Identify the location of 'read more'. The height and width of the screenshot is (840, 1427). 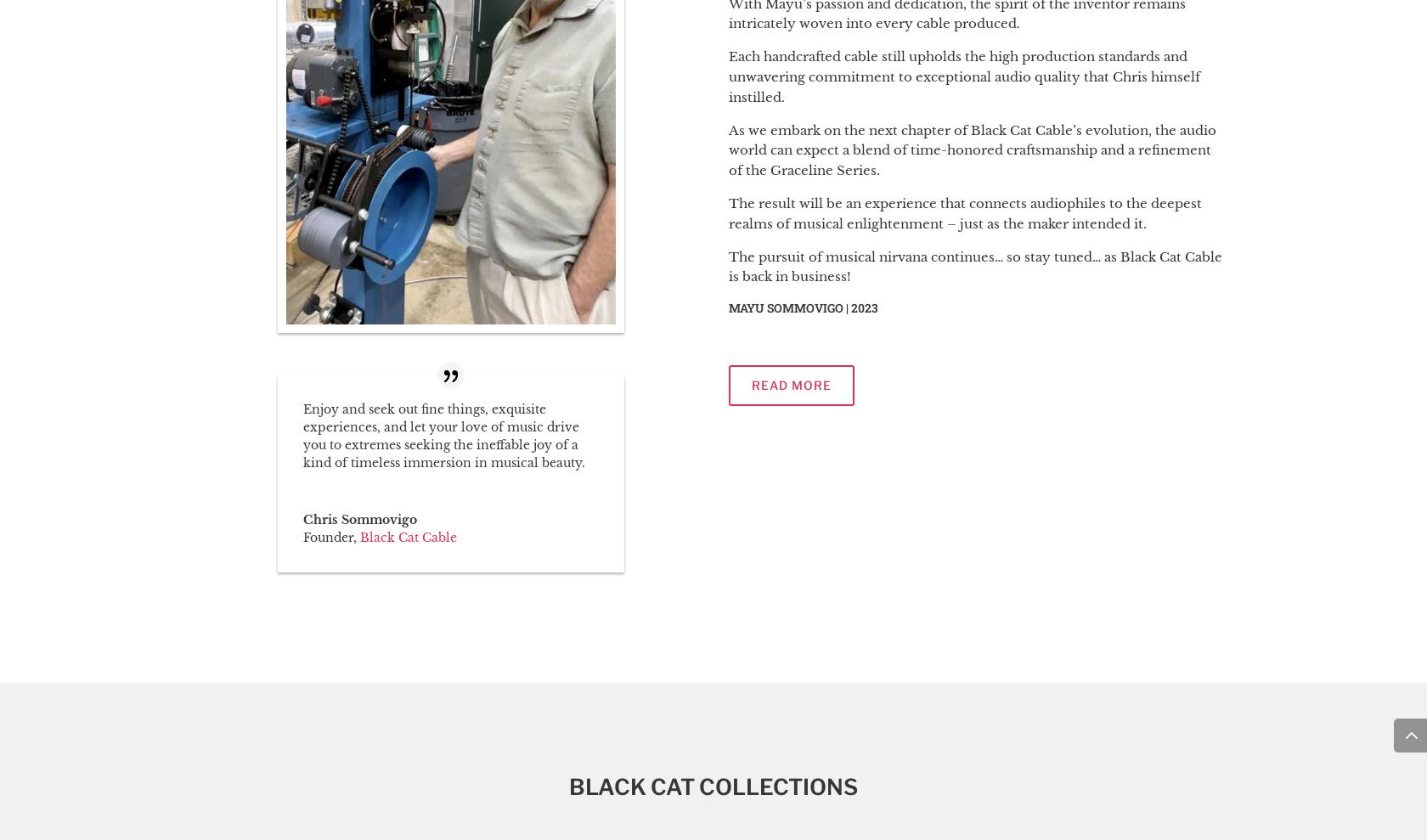
(792, 384).